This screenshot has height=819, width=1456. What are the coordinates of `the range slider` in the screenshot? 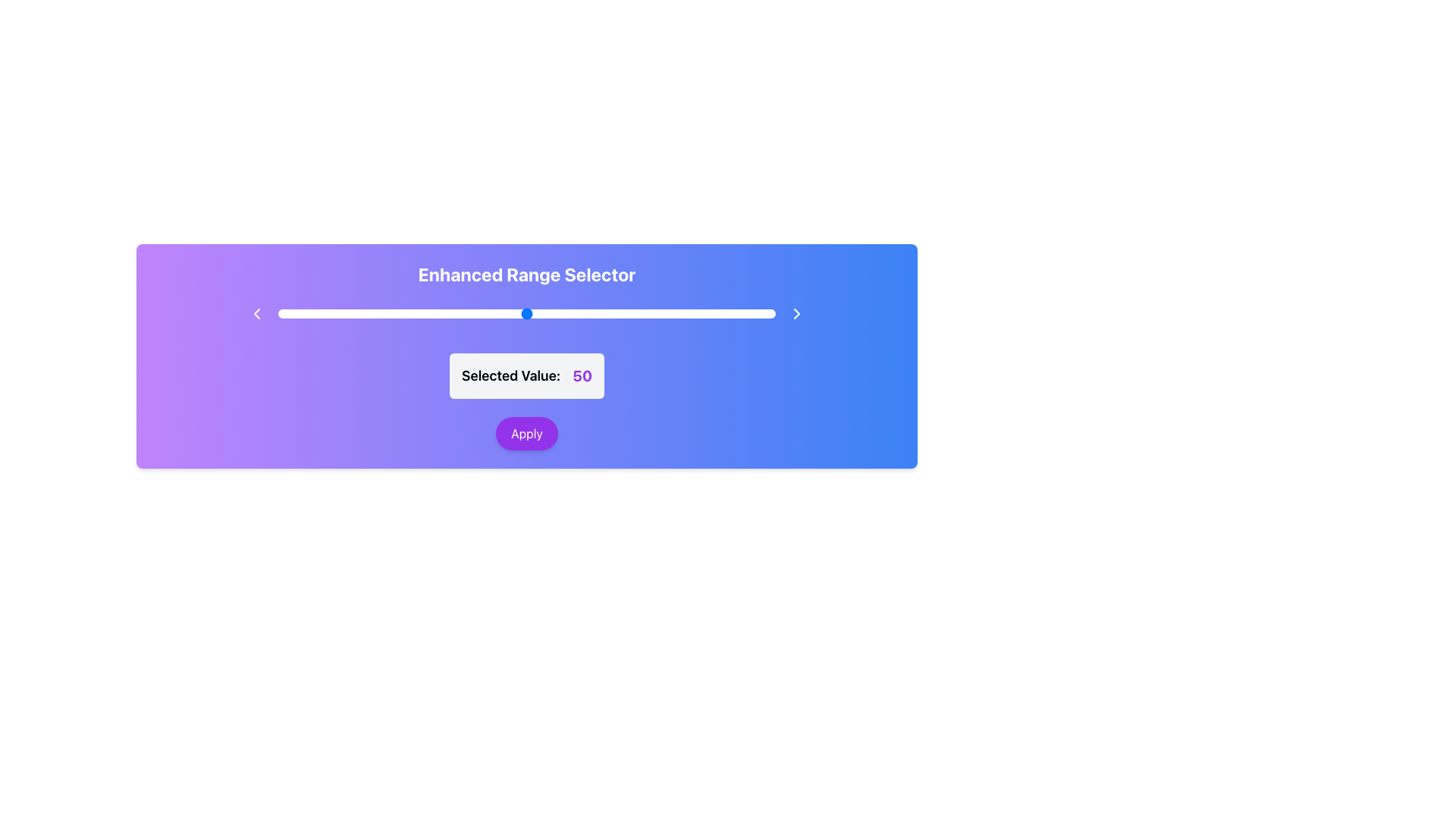 It's located at (312, 312).